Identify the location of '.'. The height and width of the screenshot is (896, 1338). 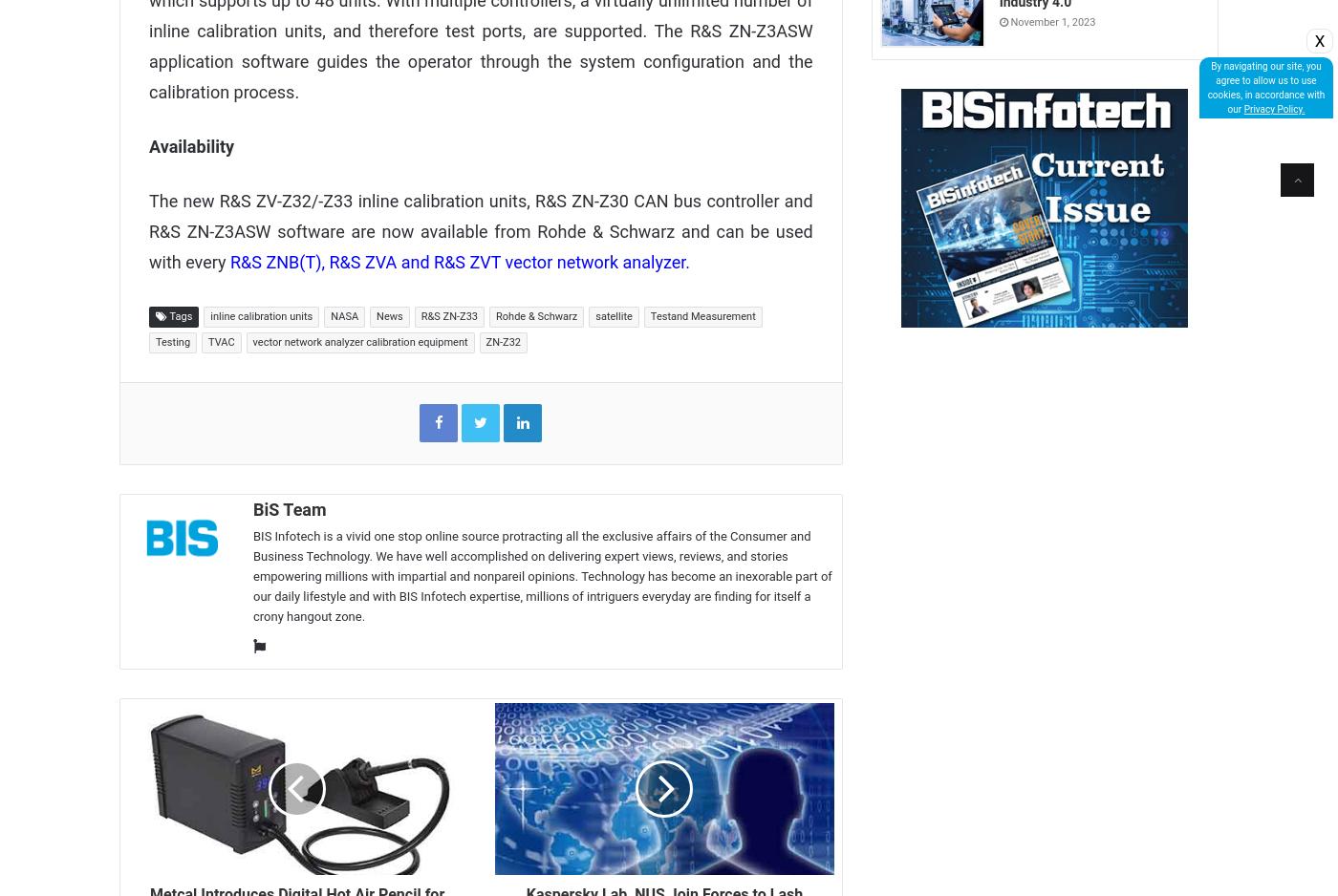
(687, 261).